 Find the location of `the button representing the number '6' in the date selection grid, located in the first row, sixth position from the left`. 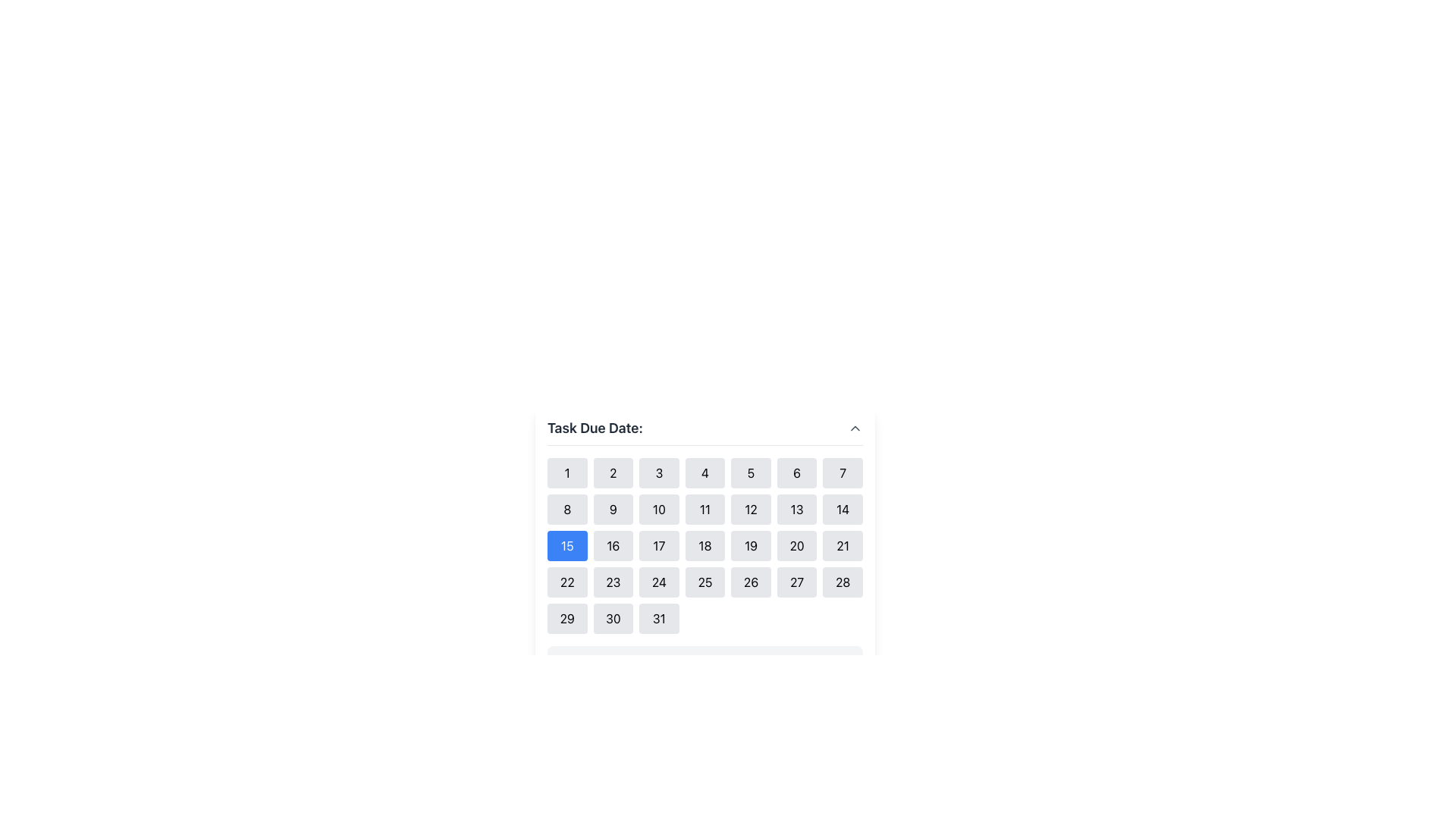

the button representing the number '6' in the date selection grid, located in the first row, sixth position from the left is located at coordinates (796, 472).